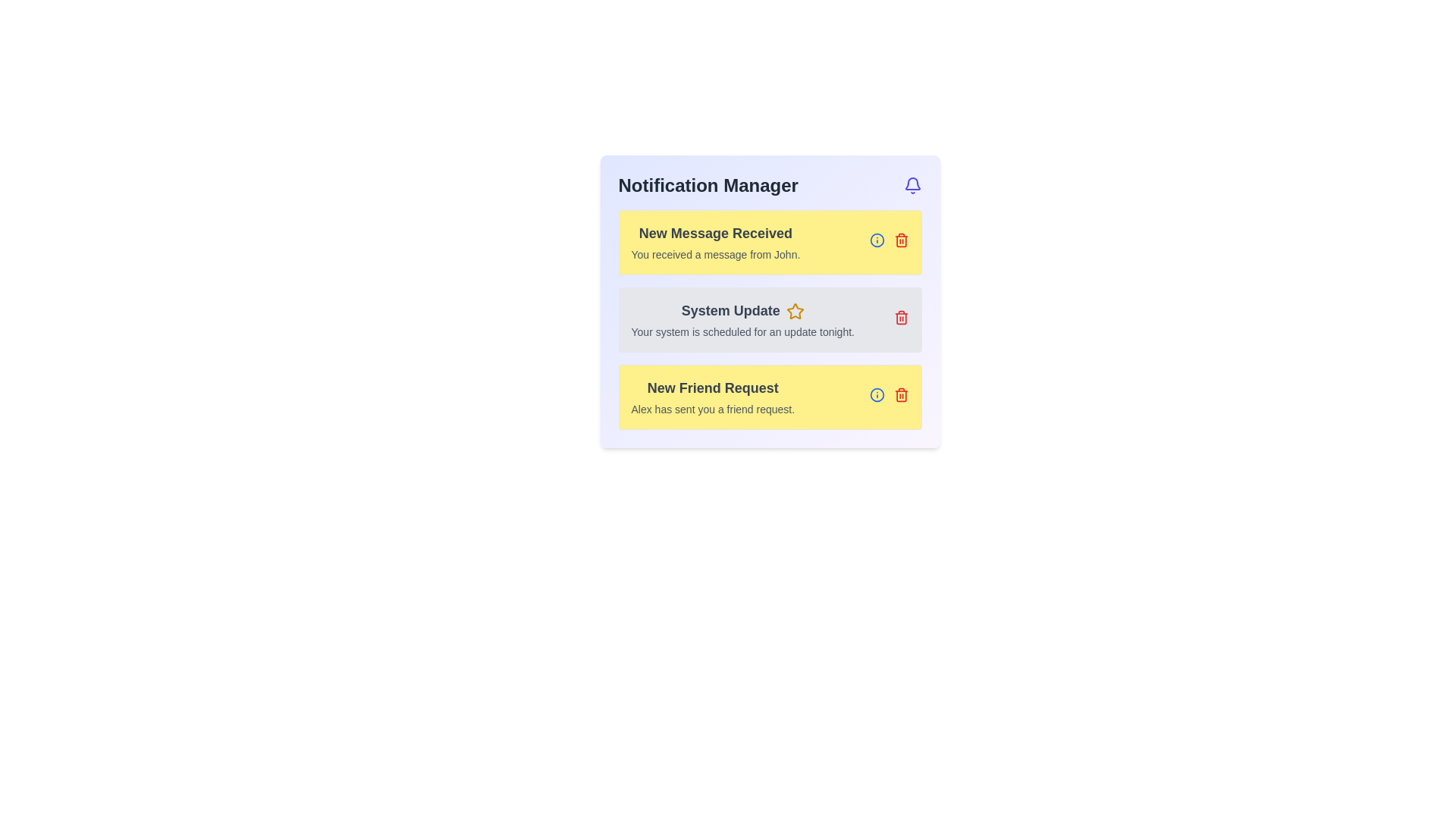 The height and width of the screenshot is (819, 1456). Describe the element at coordinates (901, 318) in the screenshot. I see `the delete action button located at the right end of the 'System Update' notification card` at that location.